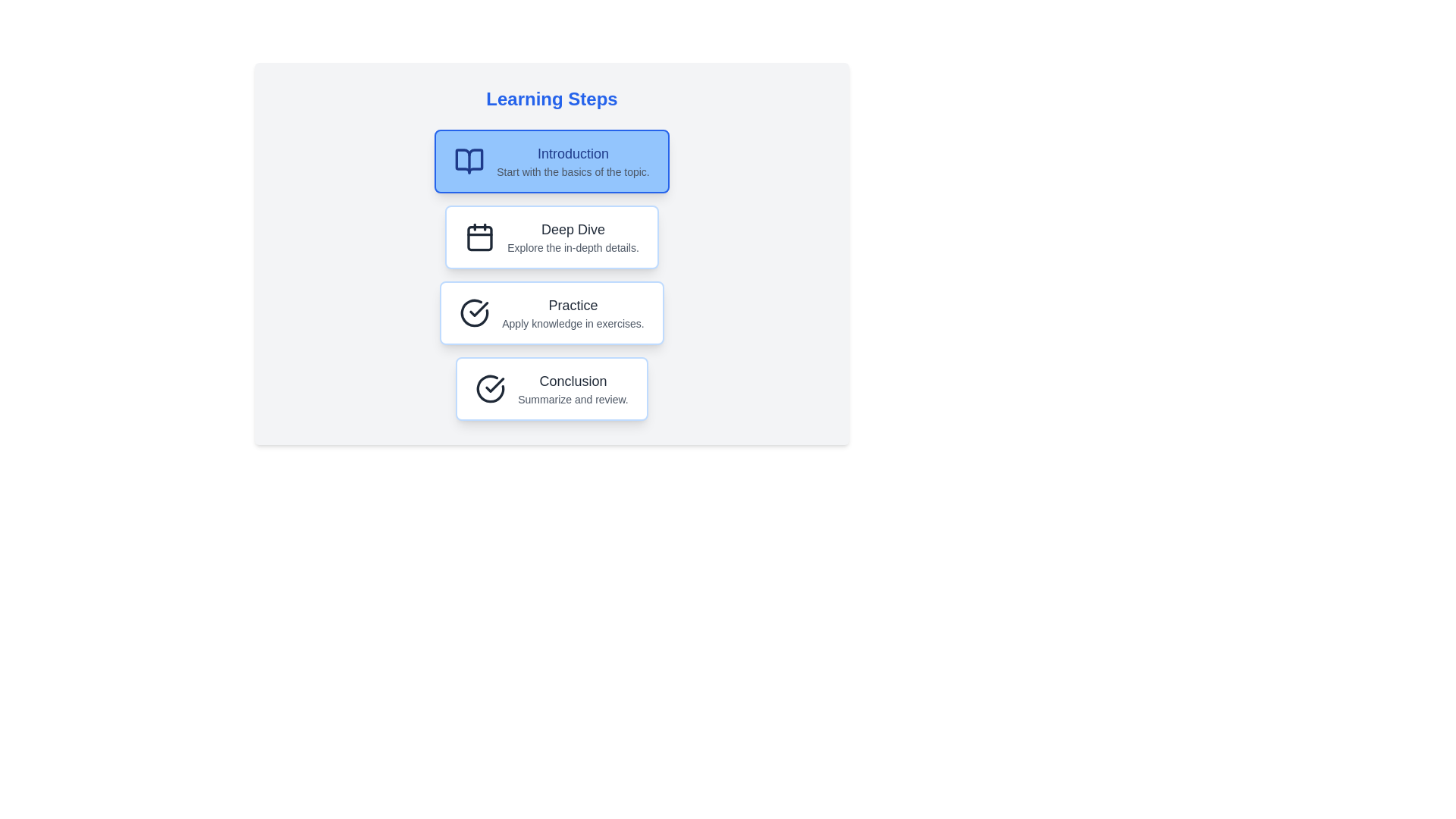 This screenshot has width=1456, height=819. Describe the element at coordinates (551, 388) in the screenshot. I see `the fourth button in the 'Learning Steps' card, positioned below the 'Practice' button, to indicate readiness for interaction` at that location.